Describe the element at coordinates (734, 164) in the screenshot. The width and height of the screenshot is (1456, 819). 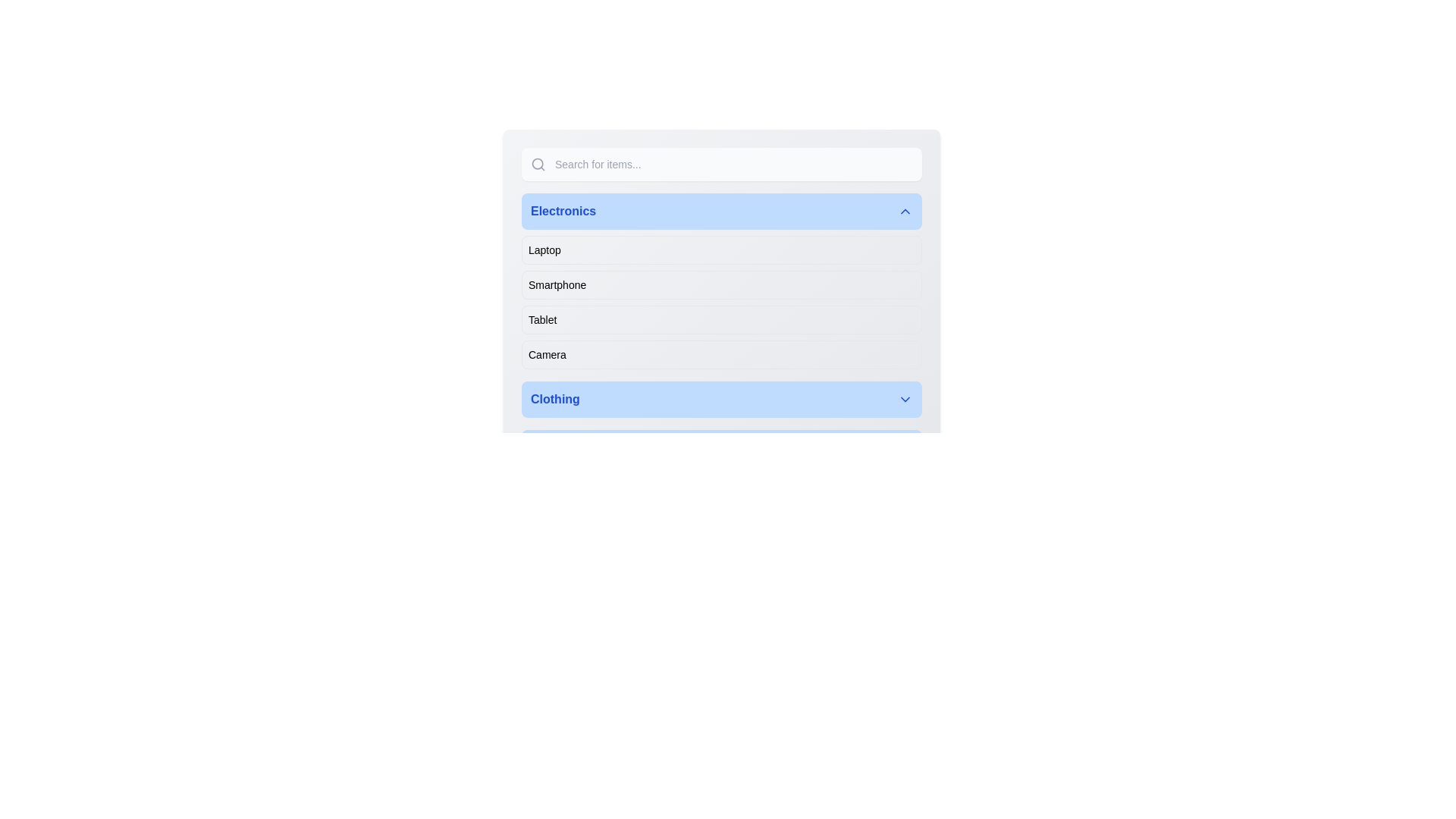
I see `the text input field with a light gray background and placeholder text 'Search for items...' to enable input methods` at that location.